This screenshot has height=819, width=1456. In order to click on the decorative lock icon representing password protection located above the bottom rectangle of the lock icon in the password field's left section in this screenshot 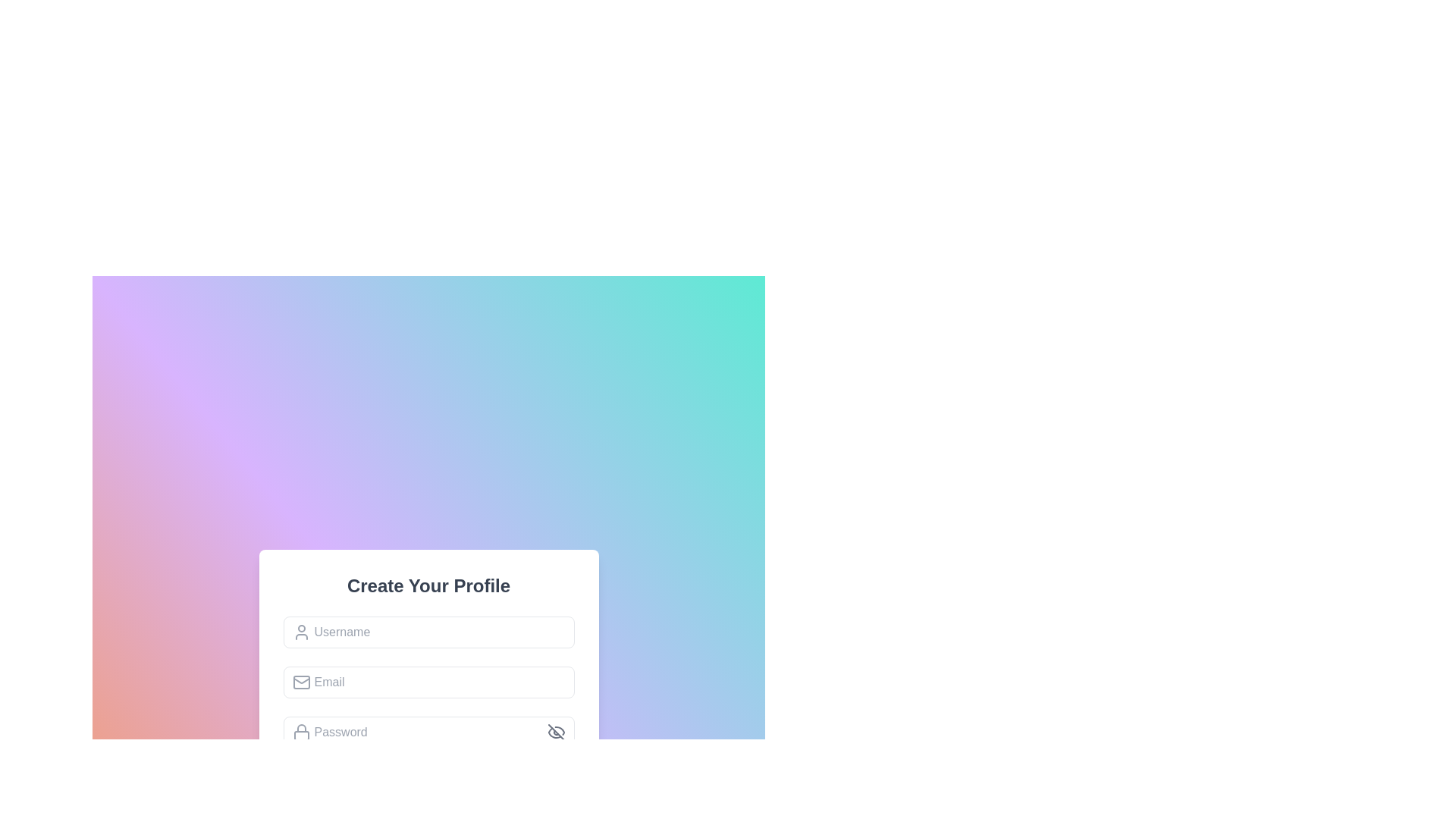, I will do `click(301, 727)`.